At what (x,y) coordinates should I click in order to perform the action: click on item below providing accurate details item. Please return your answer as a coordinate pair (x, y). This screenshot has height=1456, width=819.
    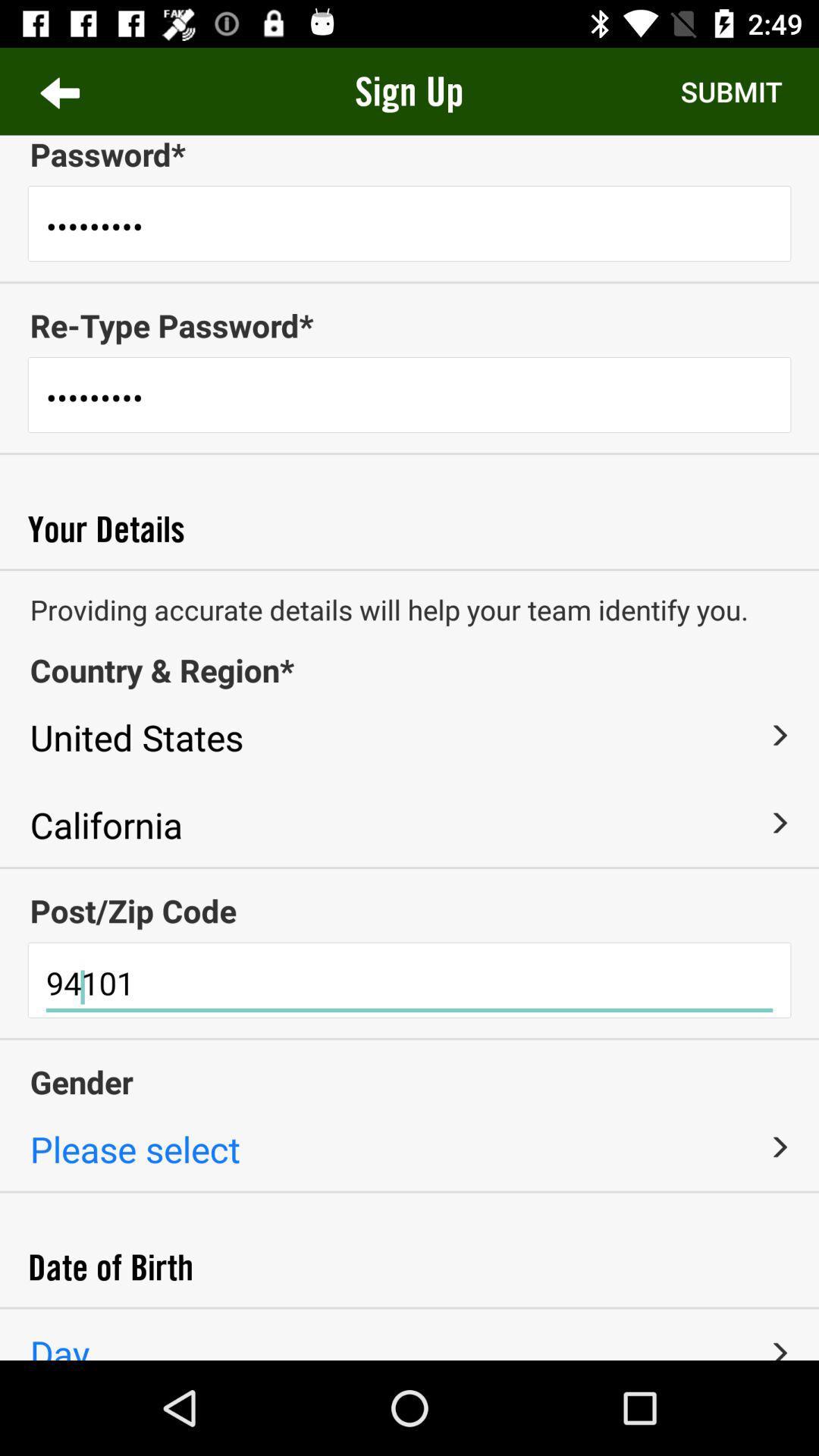
    Looking at the image, I should click on (409, 669).